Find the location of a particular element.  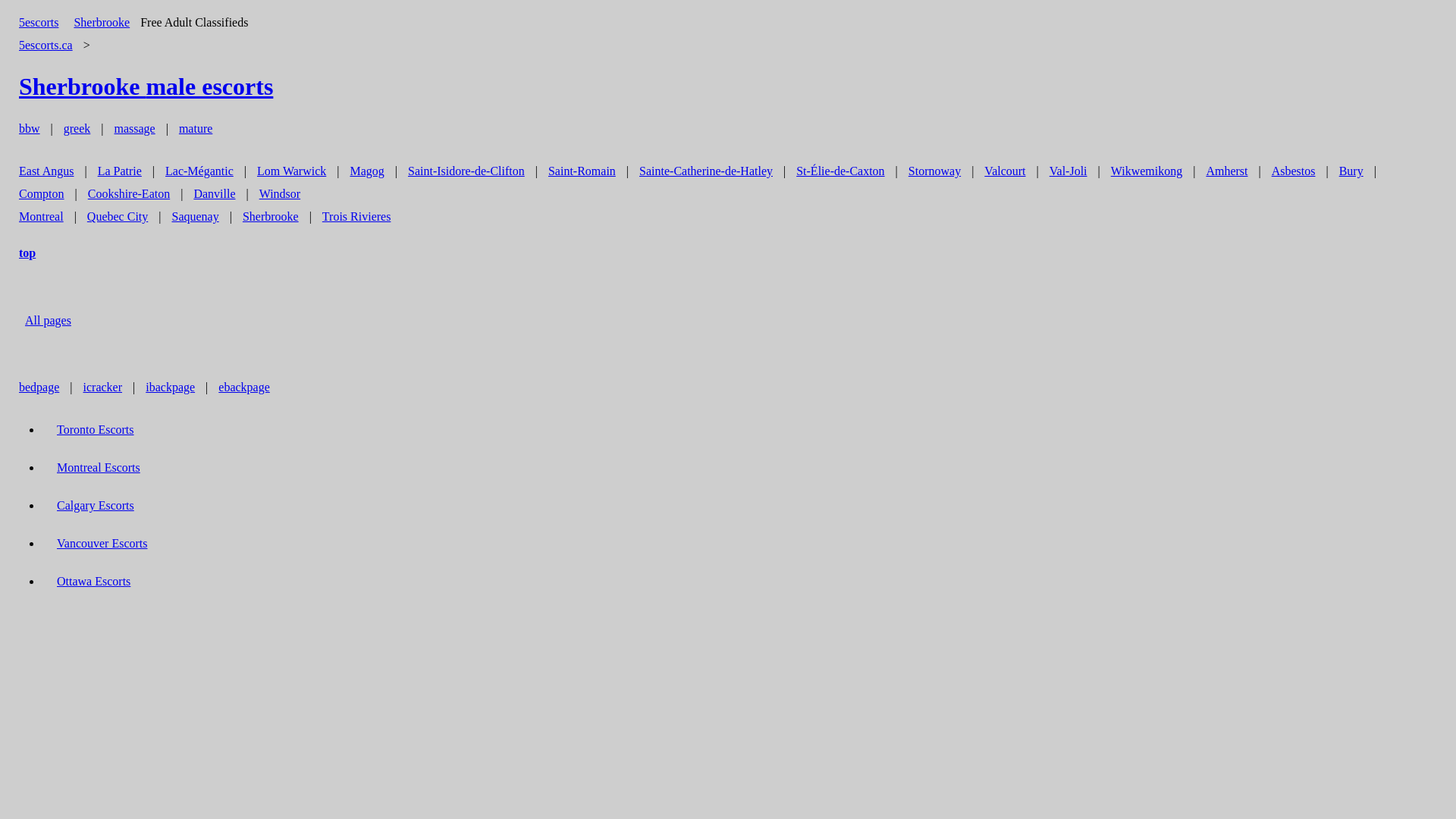

'ebackpage' is located at coordinates (243, 386).